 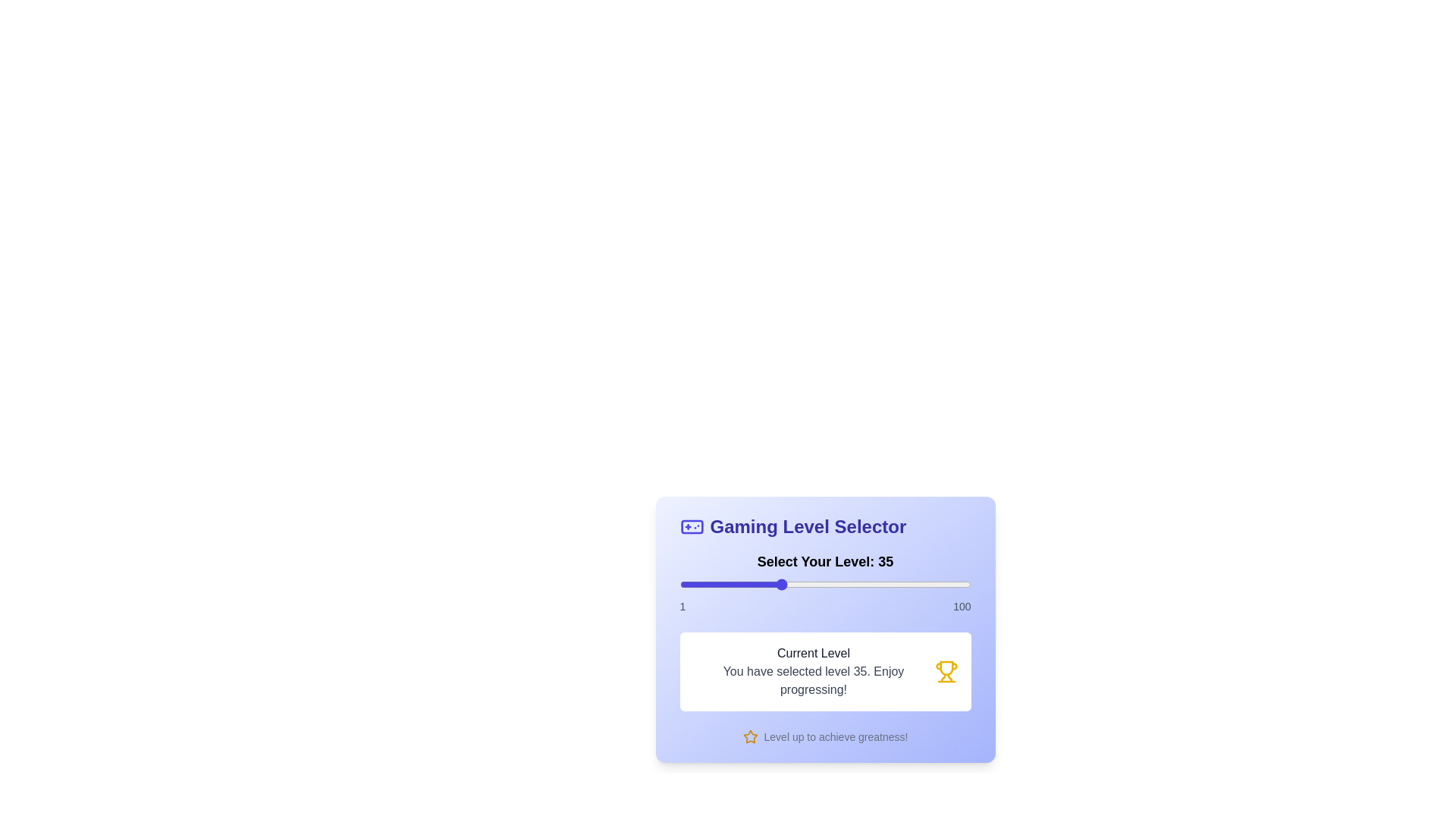 I want to click on the Text Display Area that contains the heading 'Current Level' and the descriptive line 'You have selected level 35. Enjoy progressing!', so click(x=812, y=671).